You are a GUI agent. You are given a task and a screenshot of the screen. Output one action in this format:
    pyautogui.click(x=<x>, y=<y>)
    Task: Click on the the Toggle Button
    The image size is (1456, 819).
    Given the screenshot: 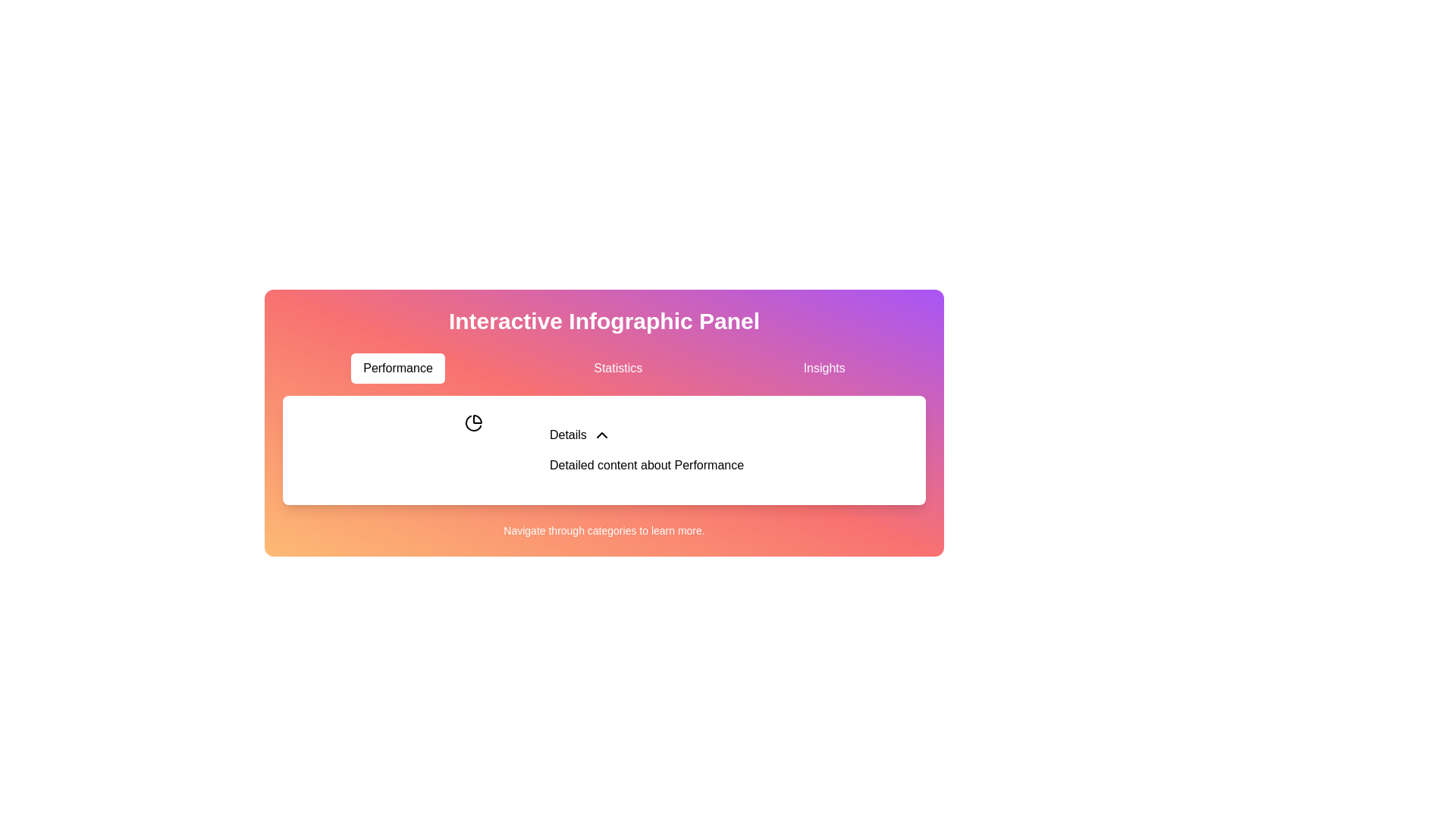 What is the action you would take?
    pyautogui.click(x=579, y=435)
    